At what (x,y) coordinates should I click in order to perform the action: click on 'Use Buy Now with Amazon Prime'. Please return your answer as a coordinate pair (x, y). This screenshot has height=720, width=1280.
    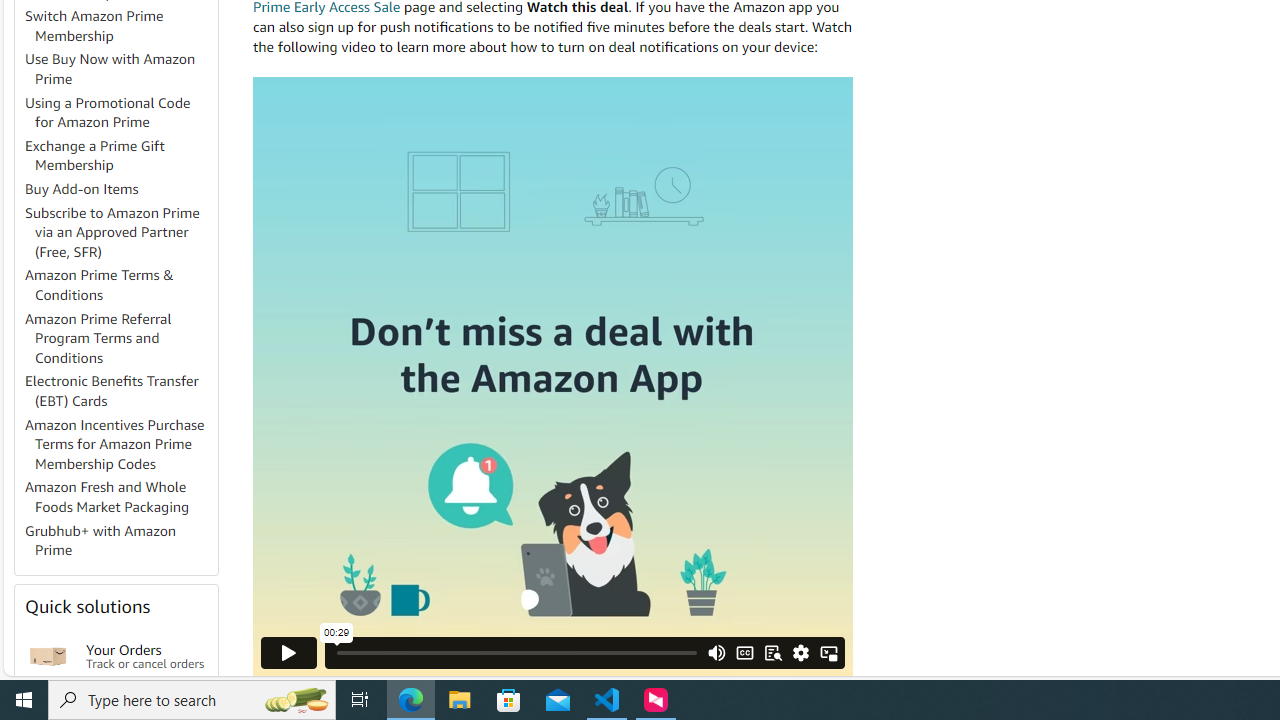
    Looking at the image, I should click on (109, 68).